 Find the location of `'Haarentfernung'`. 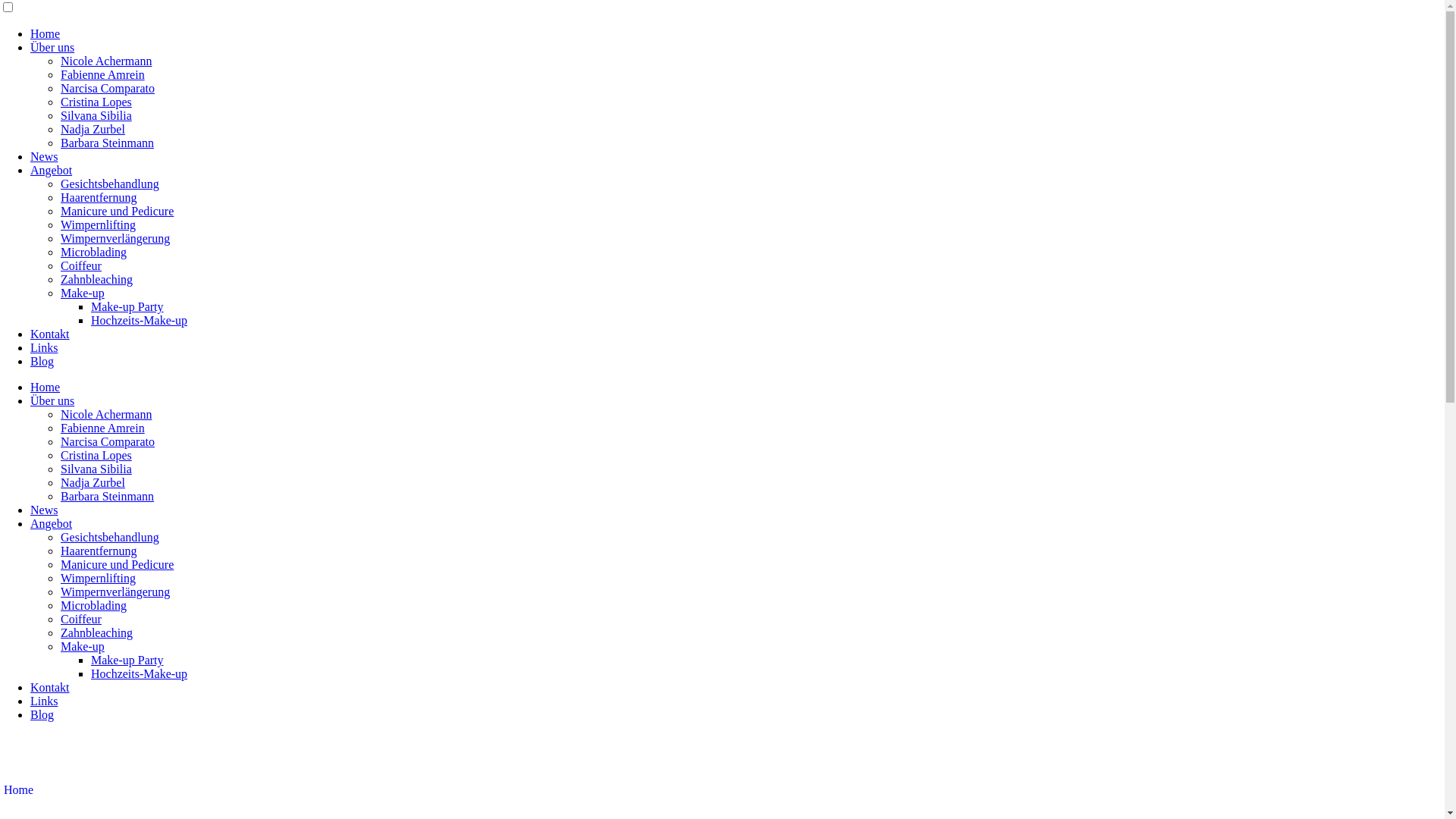

'Haarentfernung' is located at coordinates (97, 551).